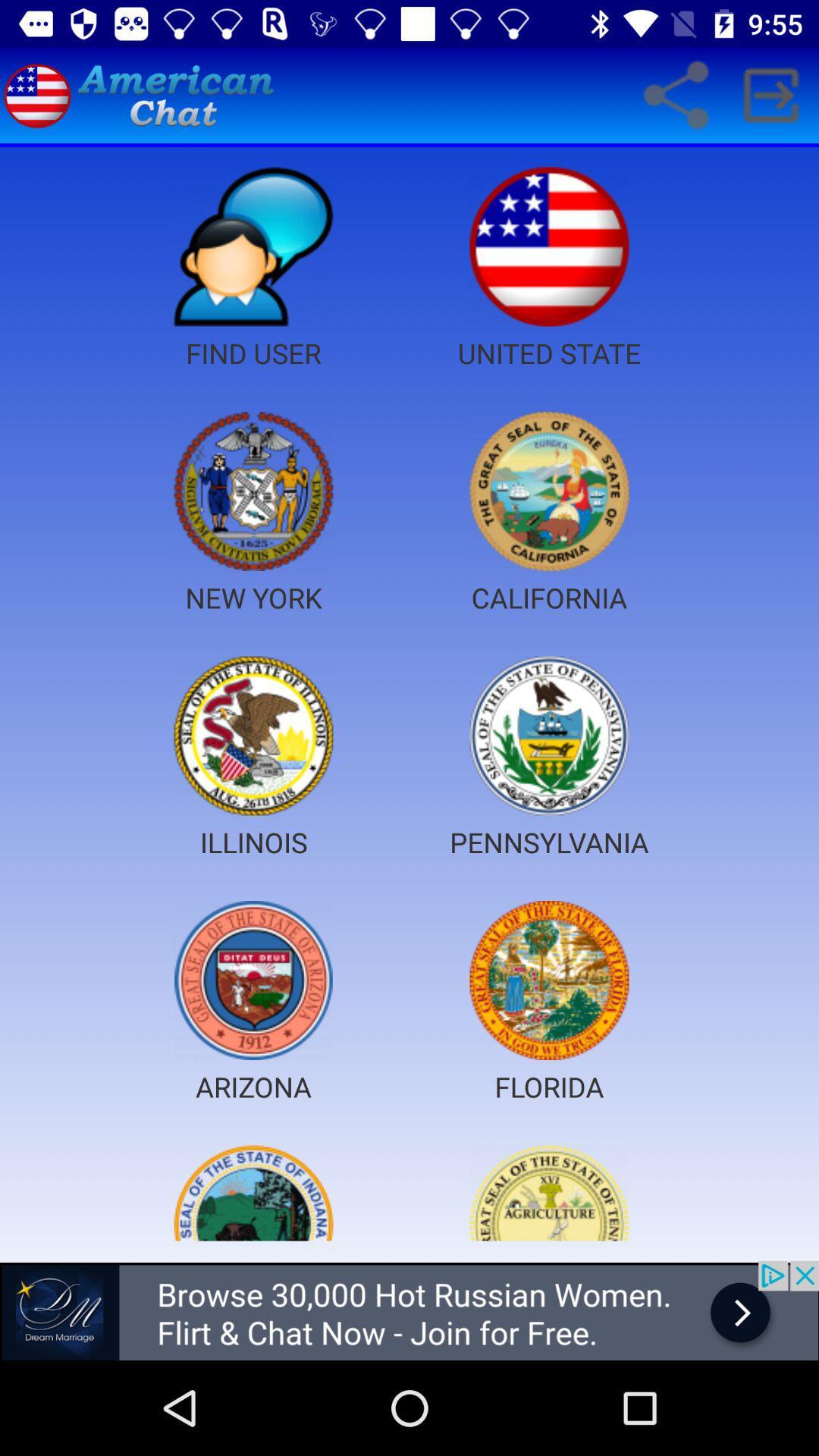  I want to click on symbol which is right hand side of share icon, so click(771, 94).